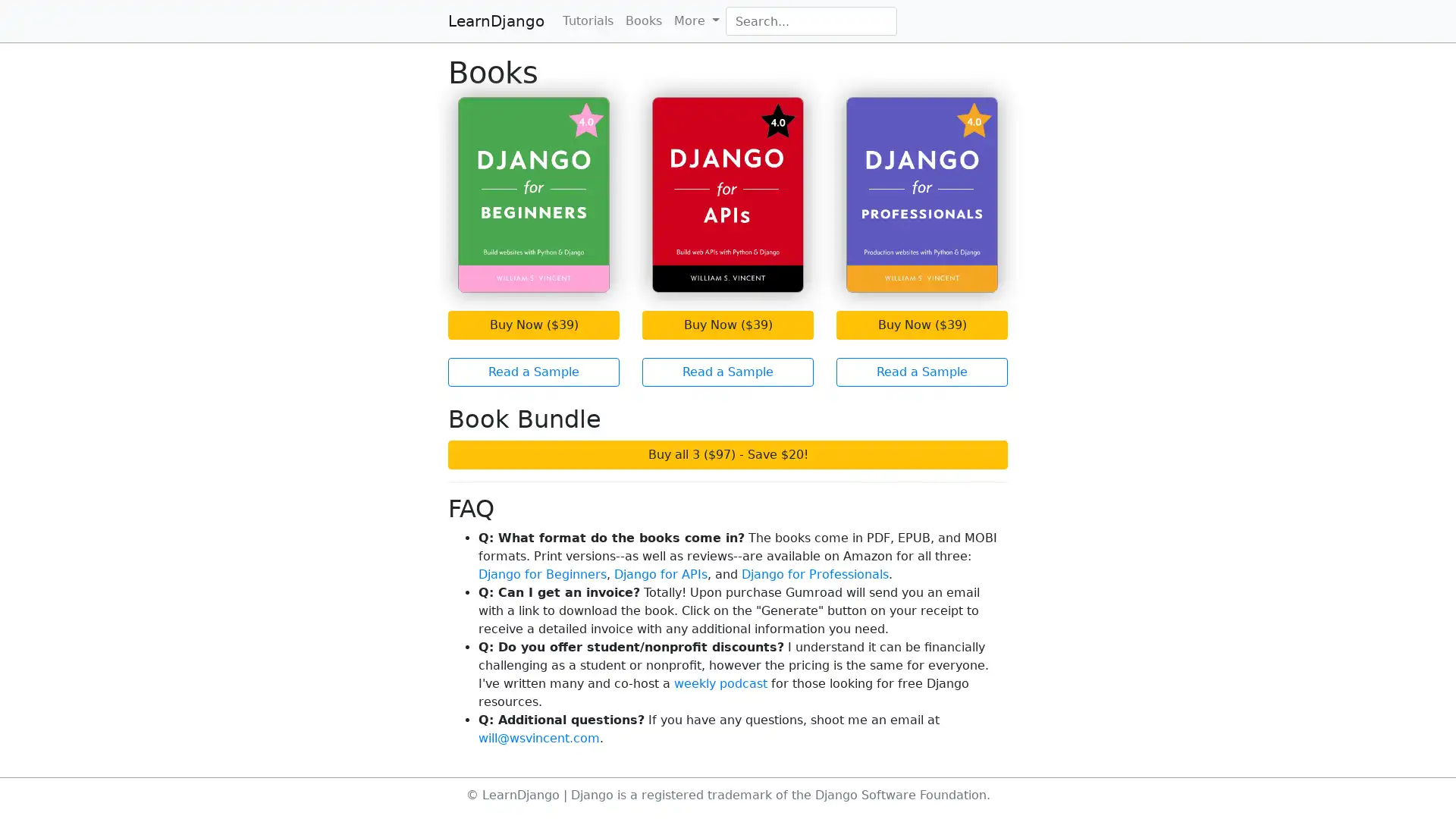 The height and width of the screenshot is (819, 1456). Describe the element at coordinates (921, 372) in the screenshot. I see `Read a Sample` at that location.